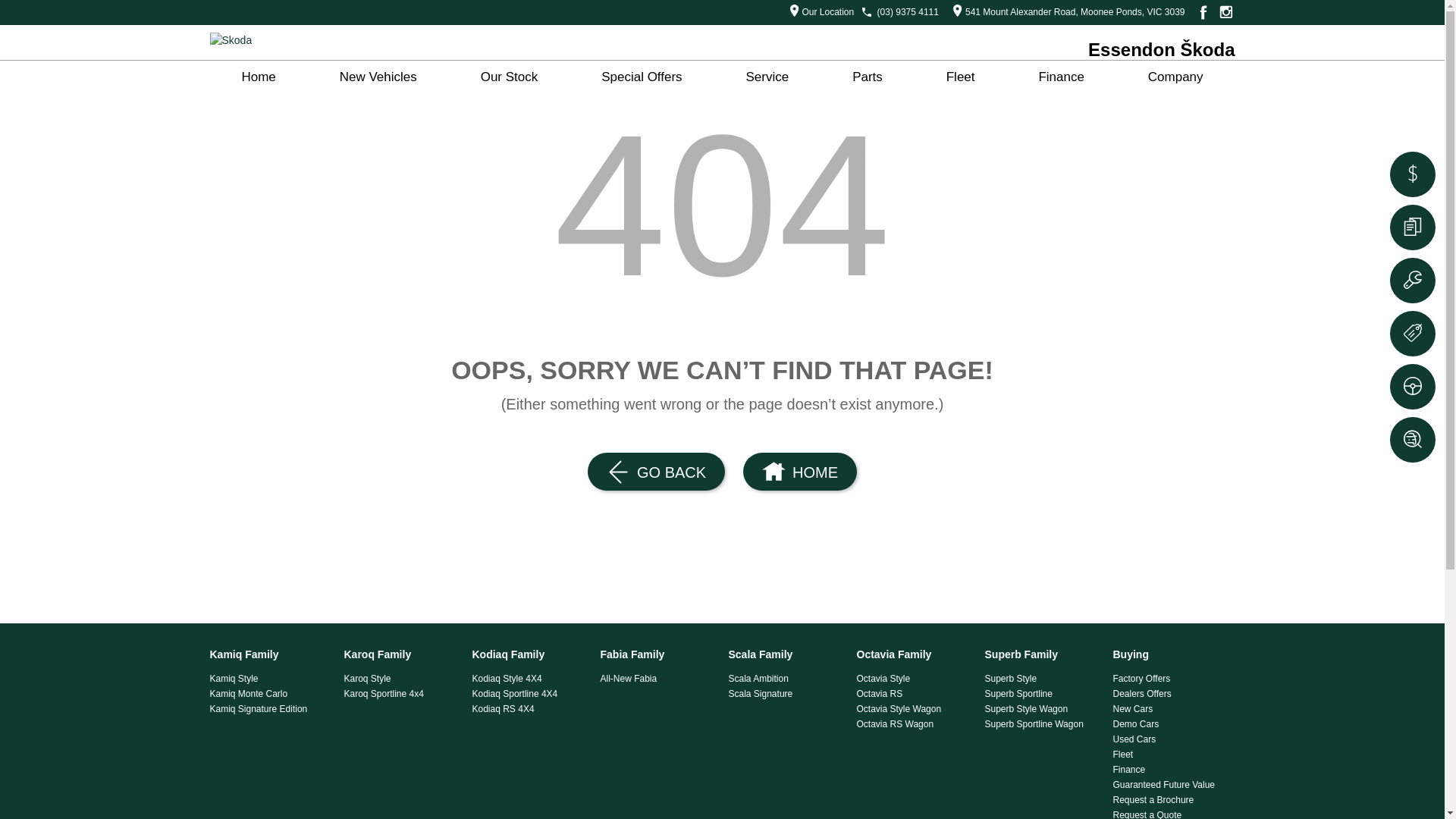  I want to click on 'Octavia Style', so click(914, 677).